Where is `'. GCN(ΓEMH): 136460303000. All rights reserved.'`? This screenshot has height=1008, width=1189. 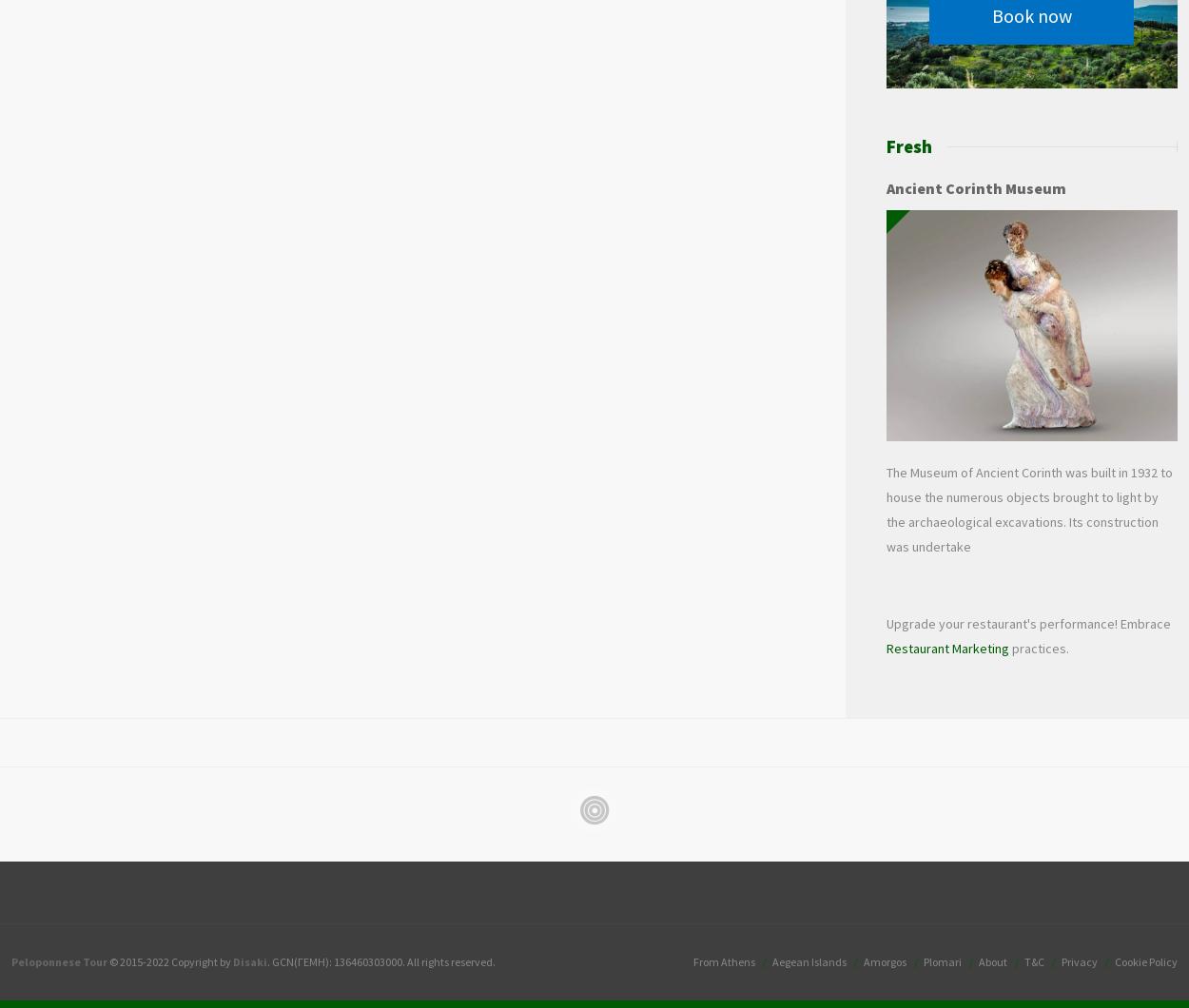 '. GCN(ΓEMH): 136460303000. All rights reserved.' is located at coordinates (267, 960).